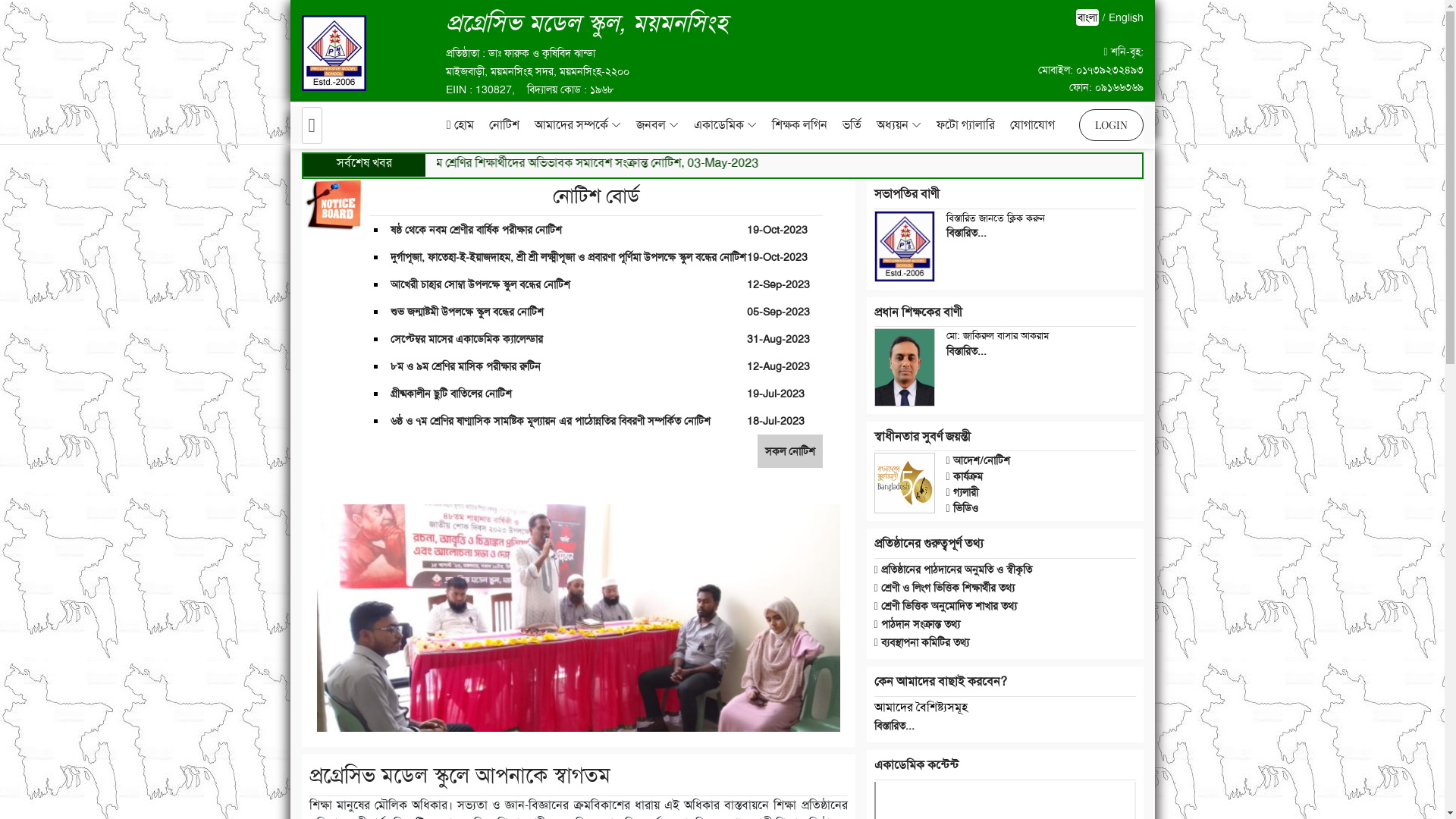 Image resolution: width=1456 pixels, height=819 pixels. Describe the element at coordinates (1125, 17) in the screenshot. I see `'English'` at that location.